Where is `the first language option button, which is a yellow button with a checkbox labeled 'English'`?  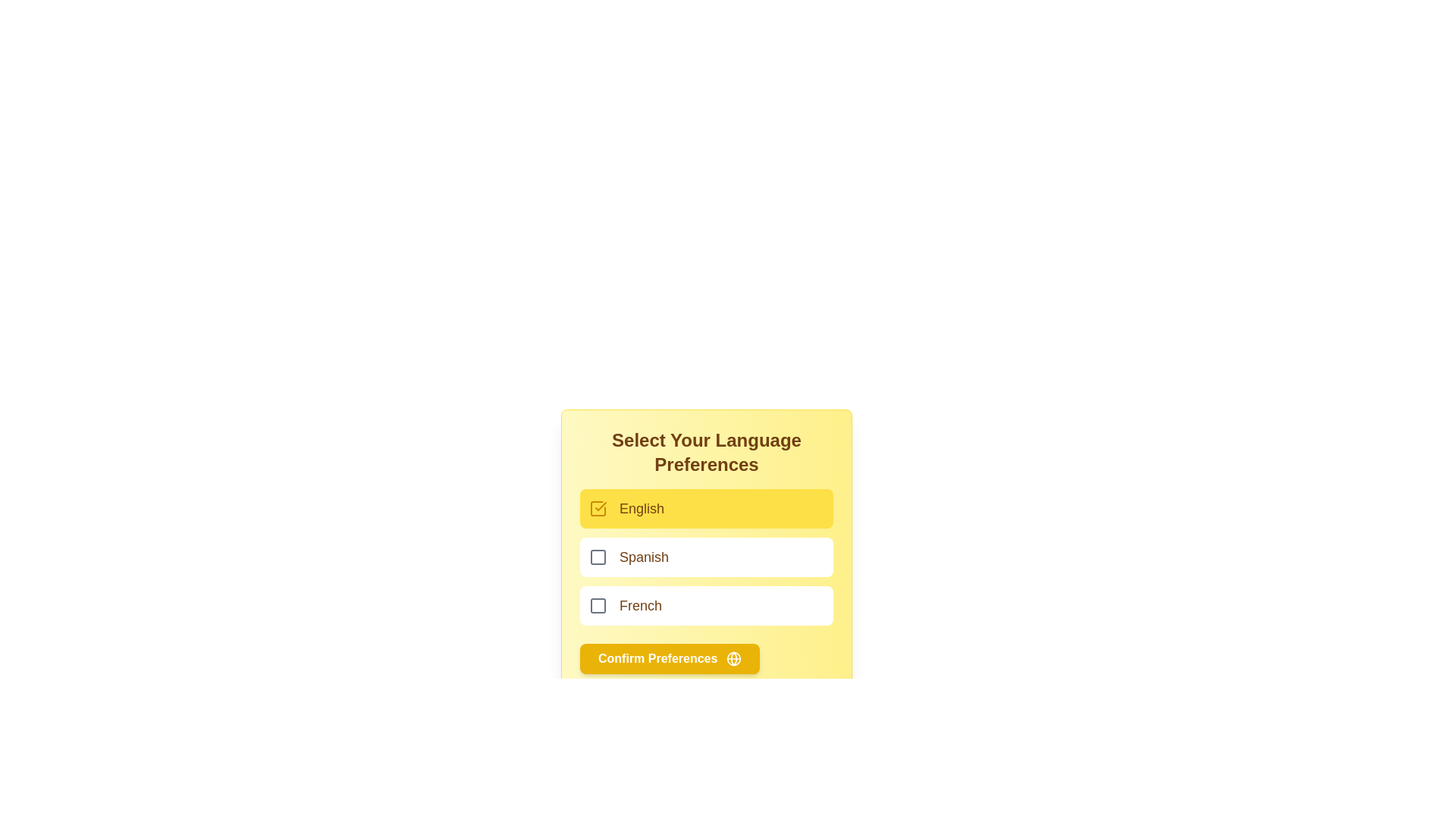 the first language option button, which is a yellow button with a checkbox labeled 'English' is located at coordinates (705, 509).